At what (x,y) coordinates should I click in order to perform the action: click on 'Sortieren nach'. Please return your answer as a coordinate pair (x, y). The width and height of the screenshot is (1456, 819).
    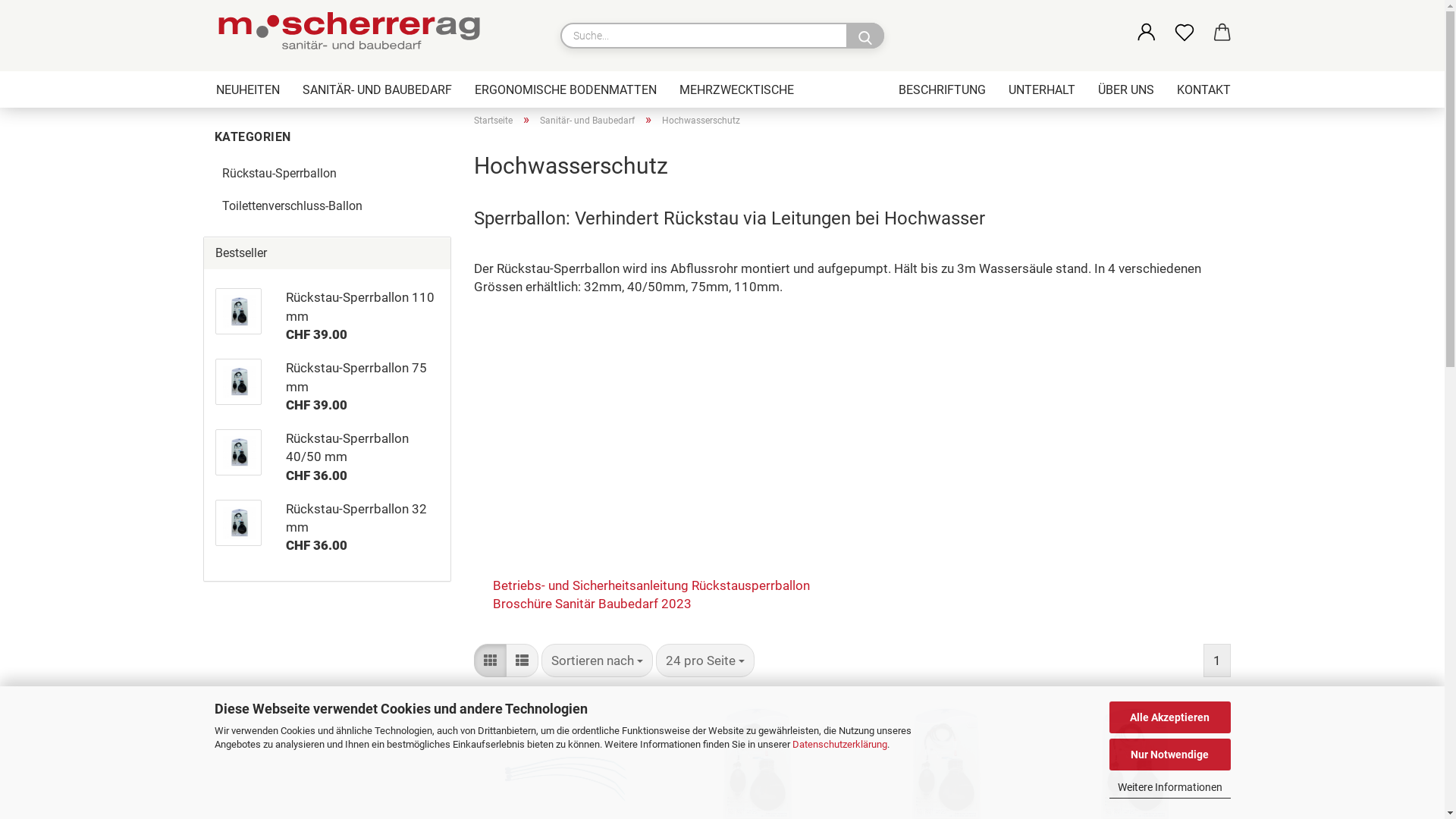
    Looking at the image, I should click on (596, 660).